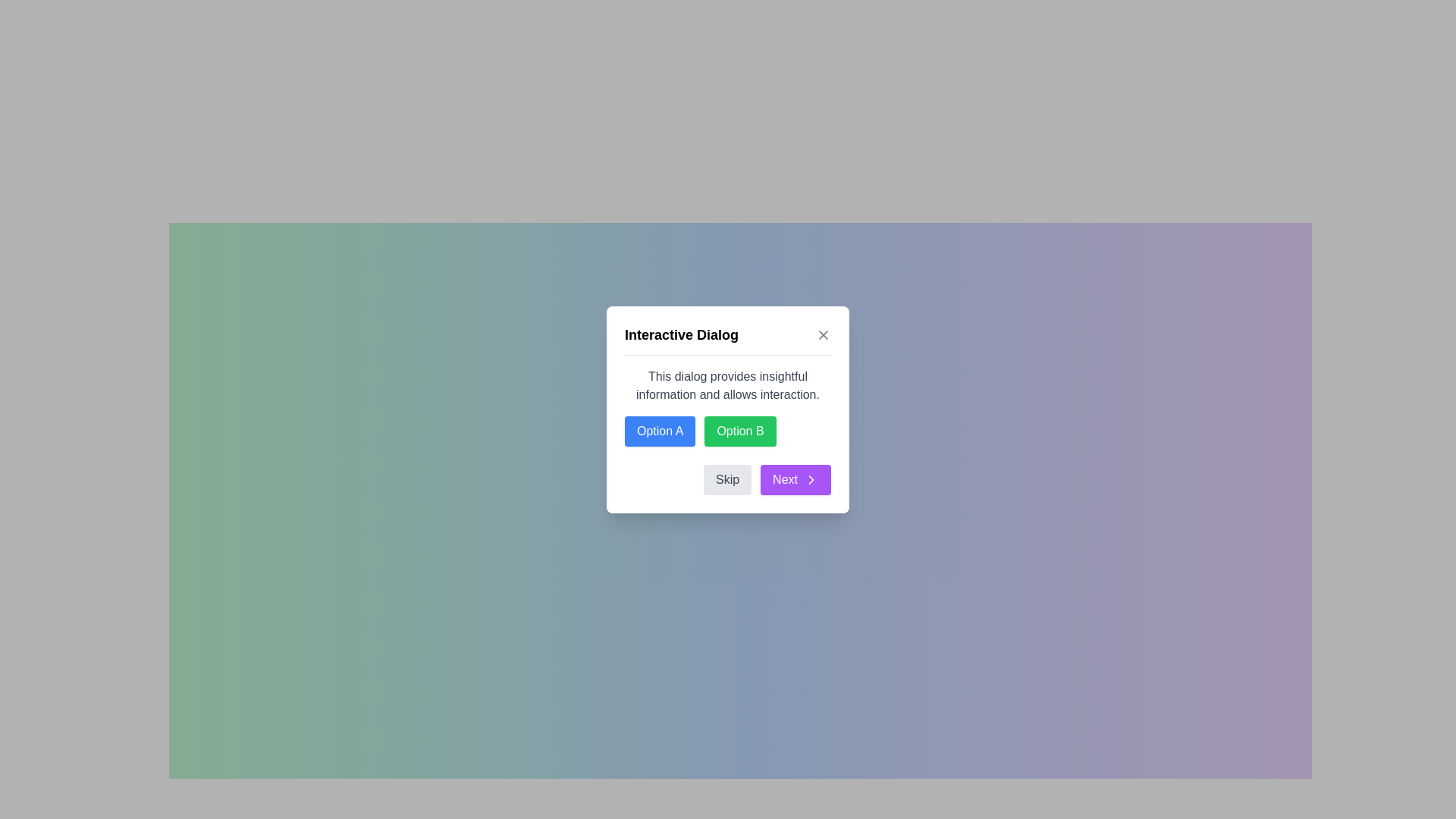  What do you see at coordinates (660, 431) in the screenshot?
I see `the blue rectangular button labeled 'Option A'` at bounding box center [660, 431].